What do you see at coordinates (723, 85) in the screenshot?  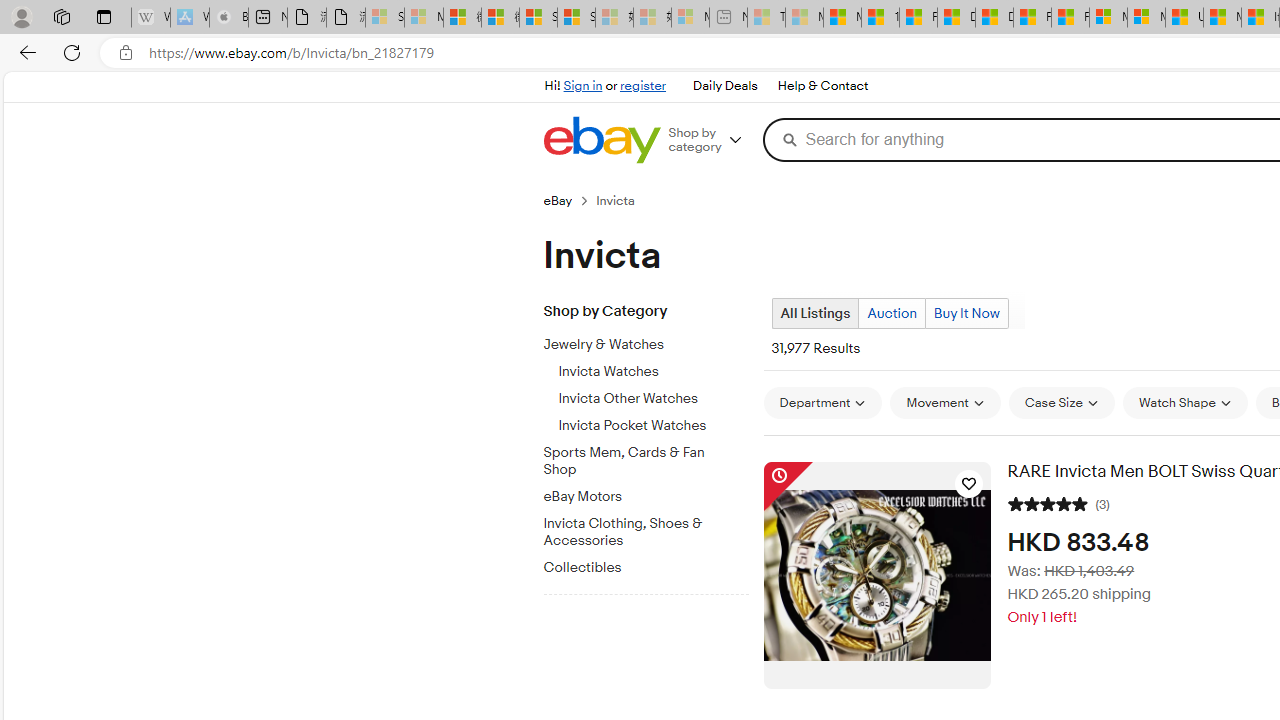 I see `'Daily Deals'` at bounding box center [723, 85].